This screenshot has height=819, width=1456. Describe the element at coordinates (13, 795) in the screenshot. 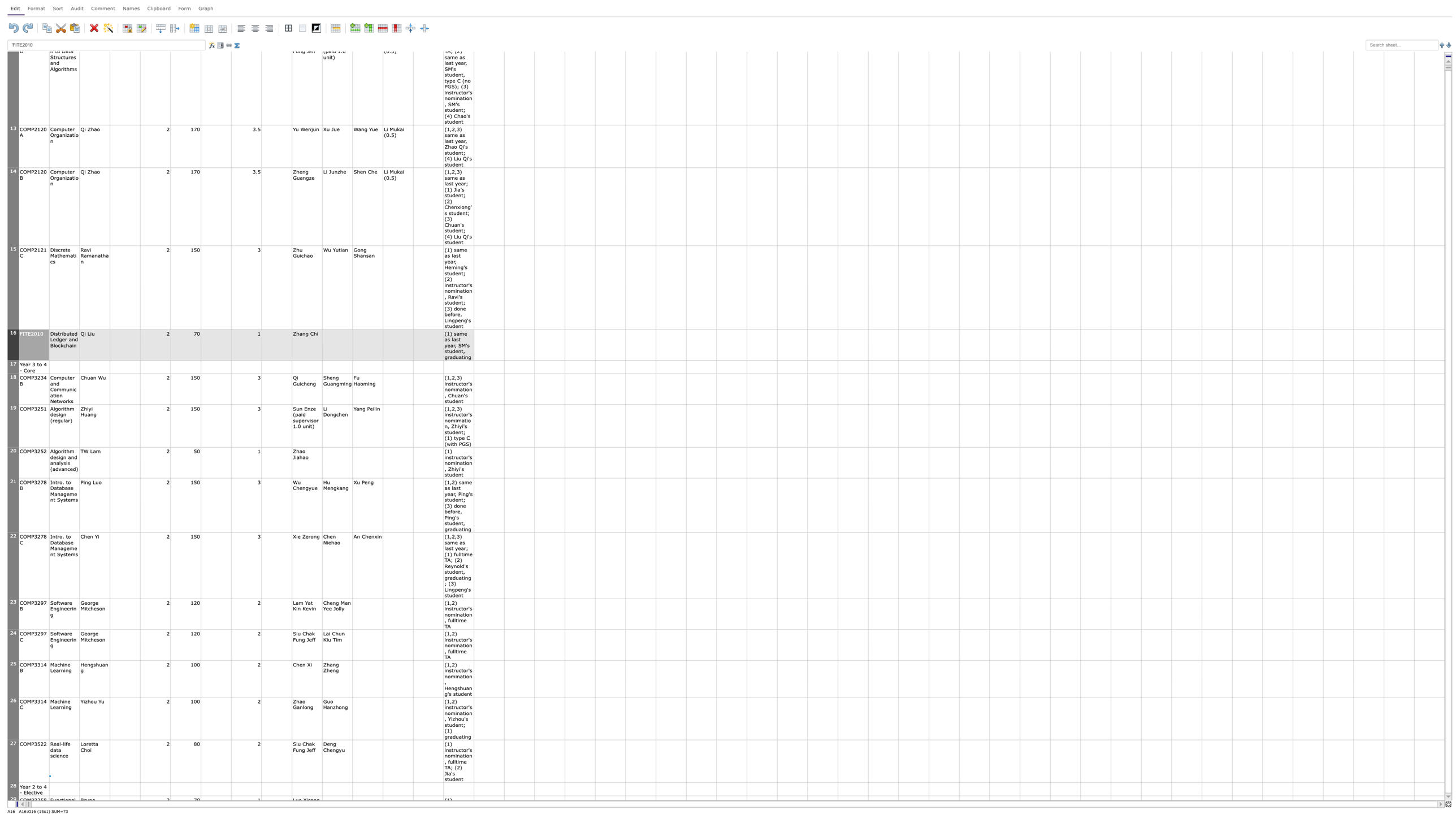

I see `Position mouse at row 28's height adjustment area` at that location.